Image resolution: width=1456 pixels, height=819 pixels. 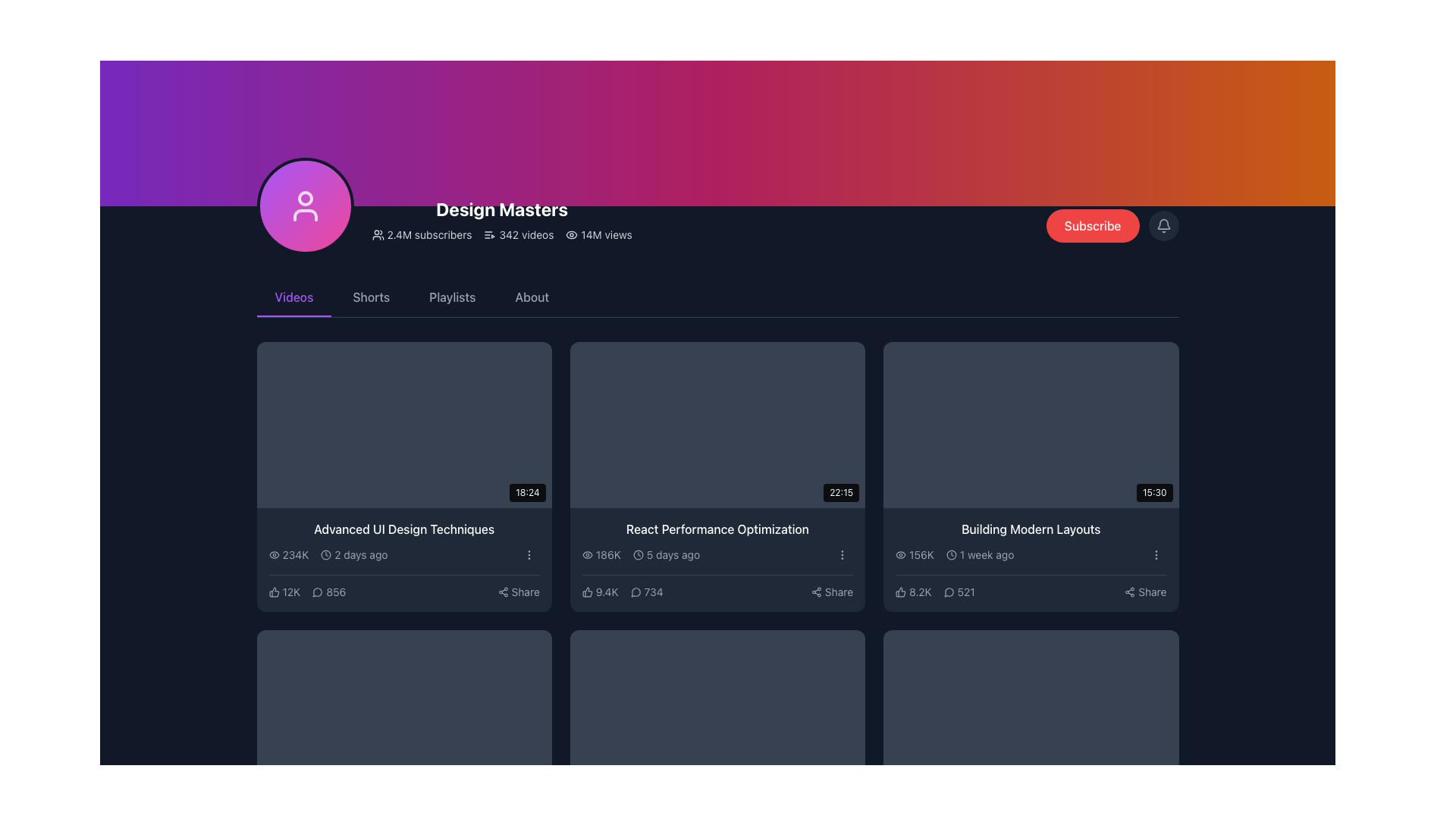 I want to click on information displayed in the Information display field showing '156K' views and '1 week ago', which is located below the video thumbnail titled 'Building Modern Layouts', so click(x=954, y=555).